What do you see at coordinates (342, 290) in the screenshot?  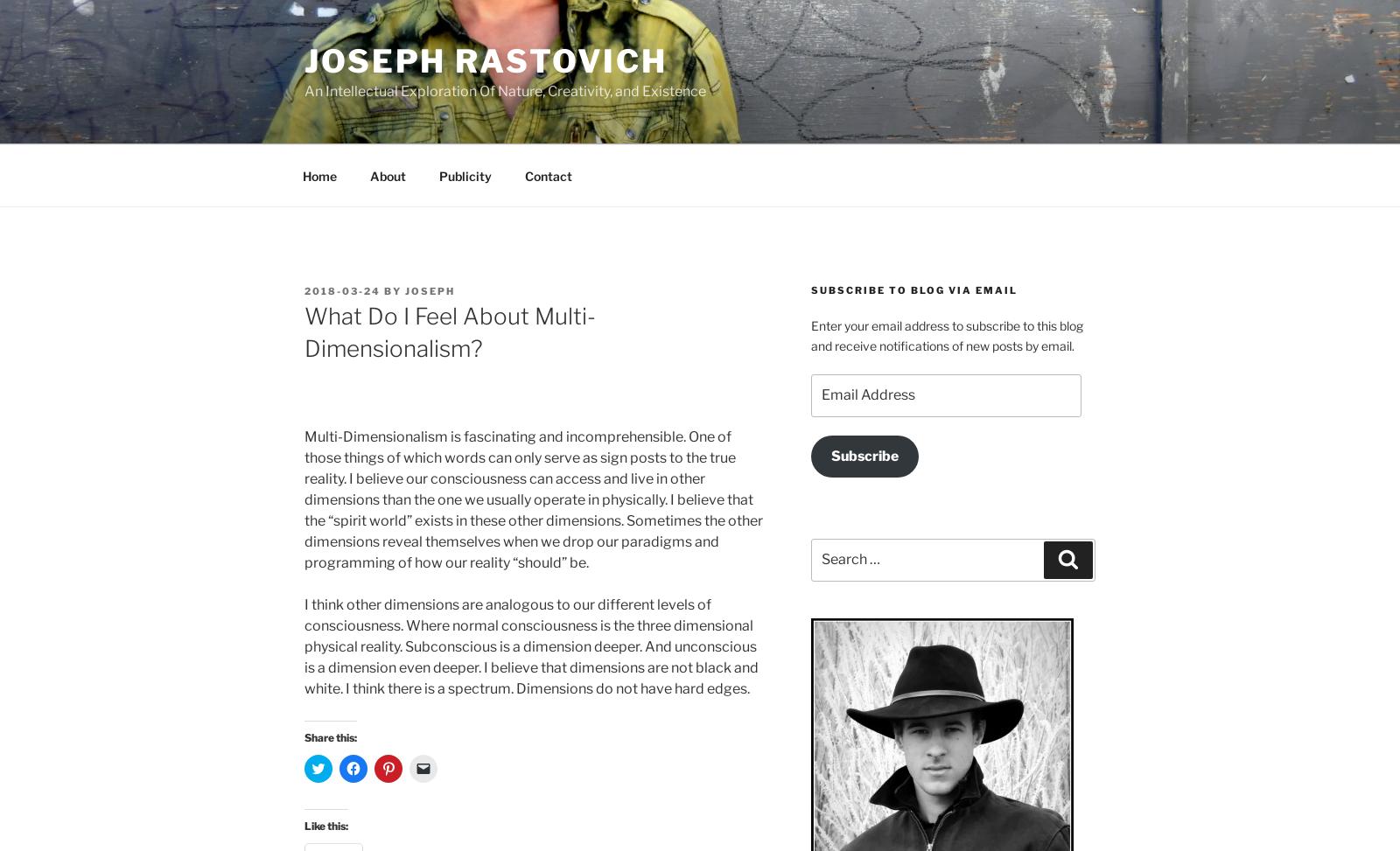 I see `'2018-03-24'` at bounding box center [342, 290].